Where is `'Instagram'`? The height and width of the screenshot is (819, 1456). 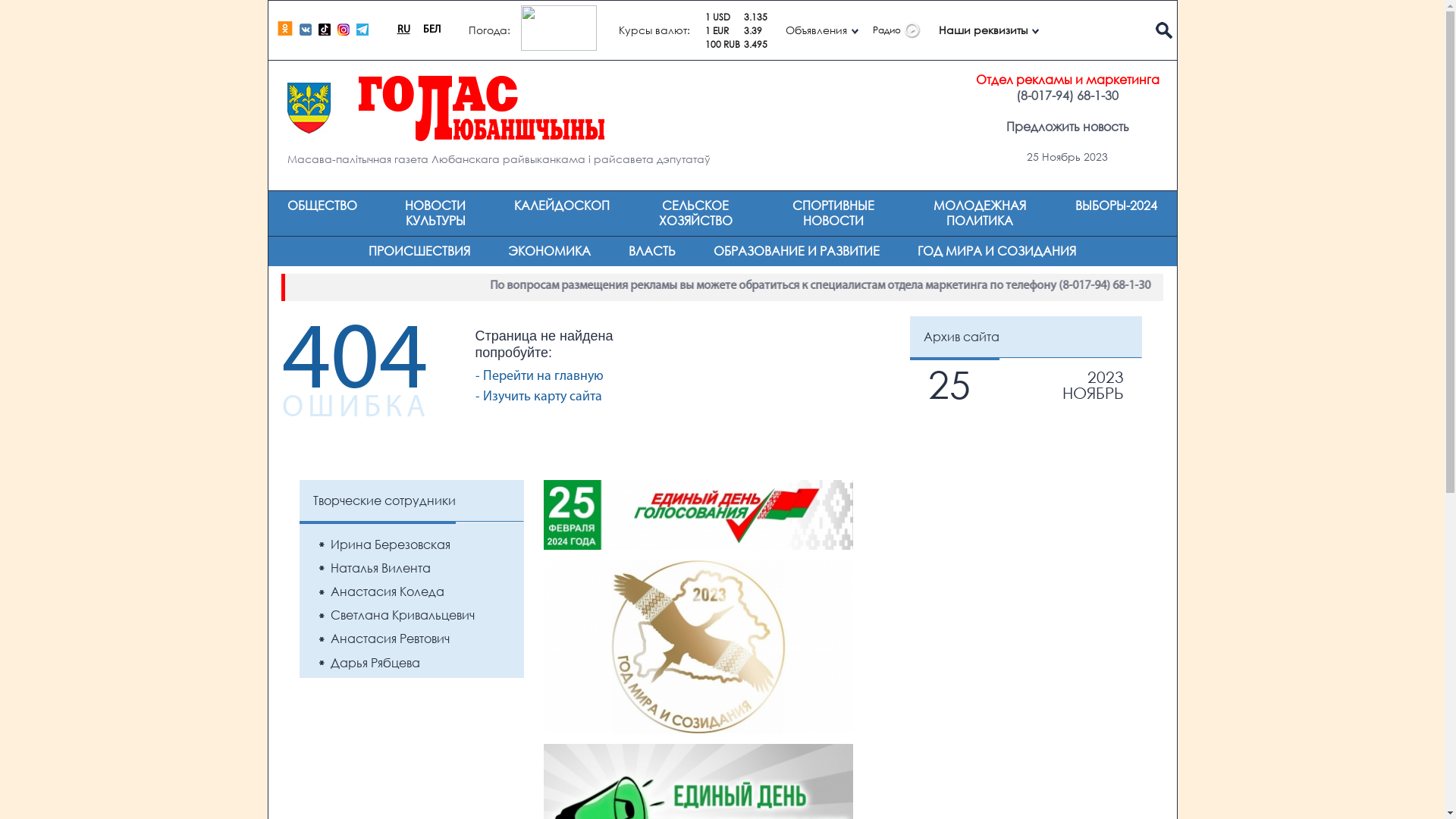
'Instagram' is located at coordinates (345, 33).